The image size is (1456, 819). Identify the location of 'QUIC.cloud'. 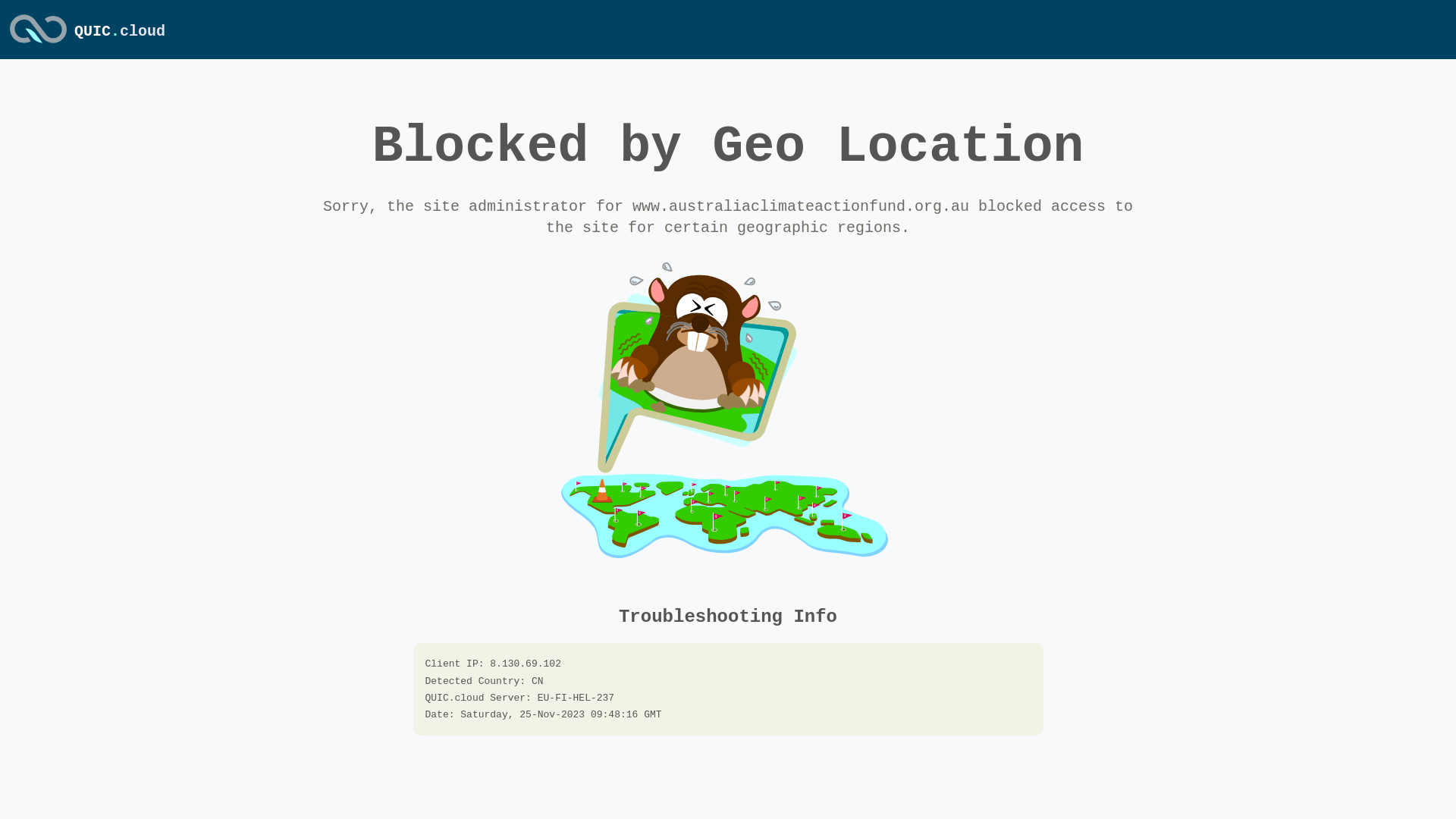
(119, 31).